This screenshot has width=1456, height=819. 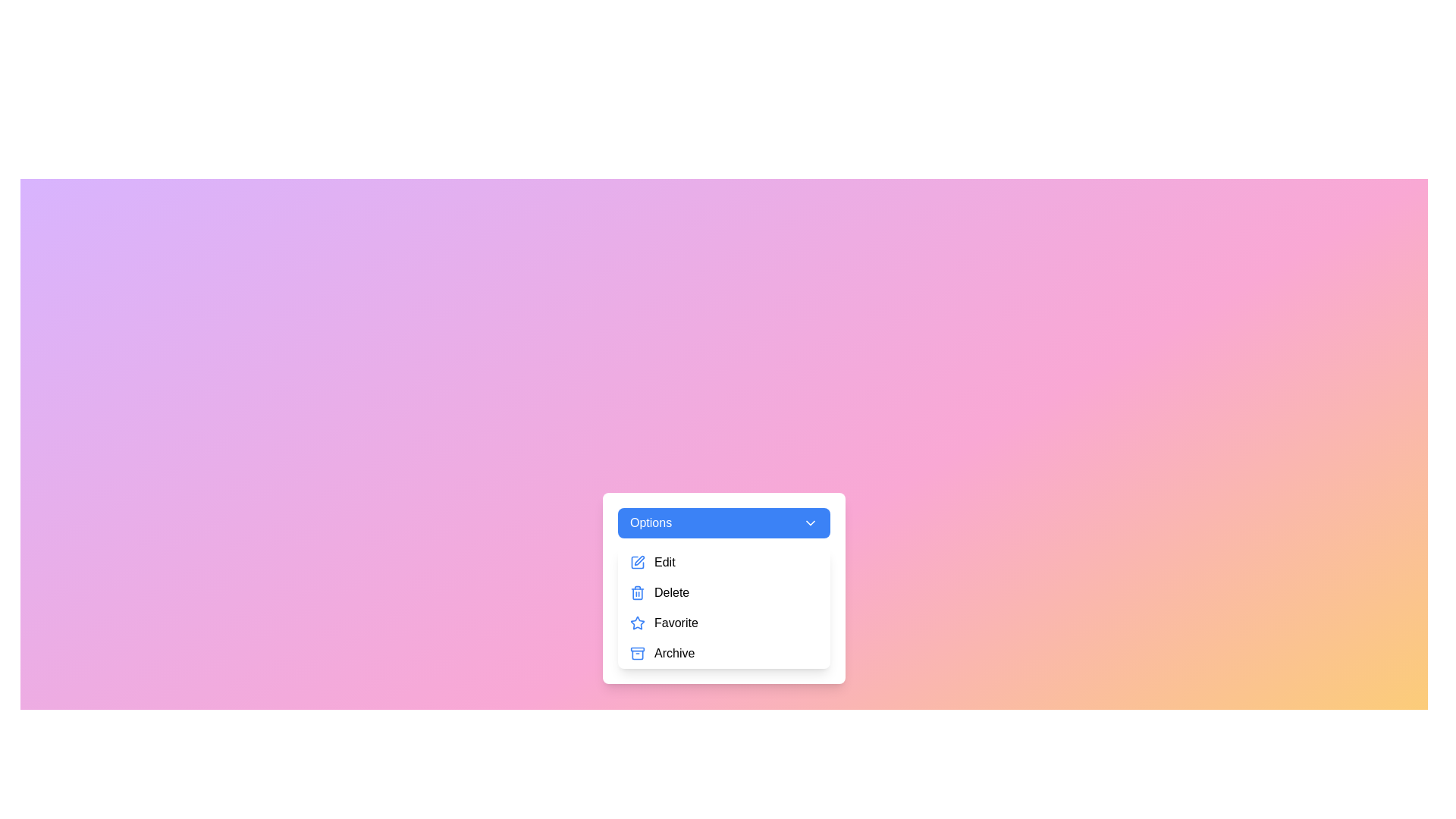 What do you see at coordinates (723, 562) in the screenshot?
I see `the menu item Edit` at bounding box center [723, 562].